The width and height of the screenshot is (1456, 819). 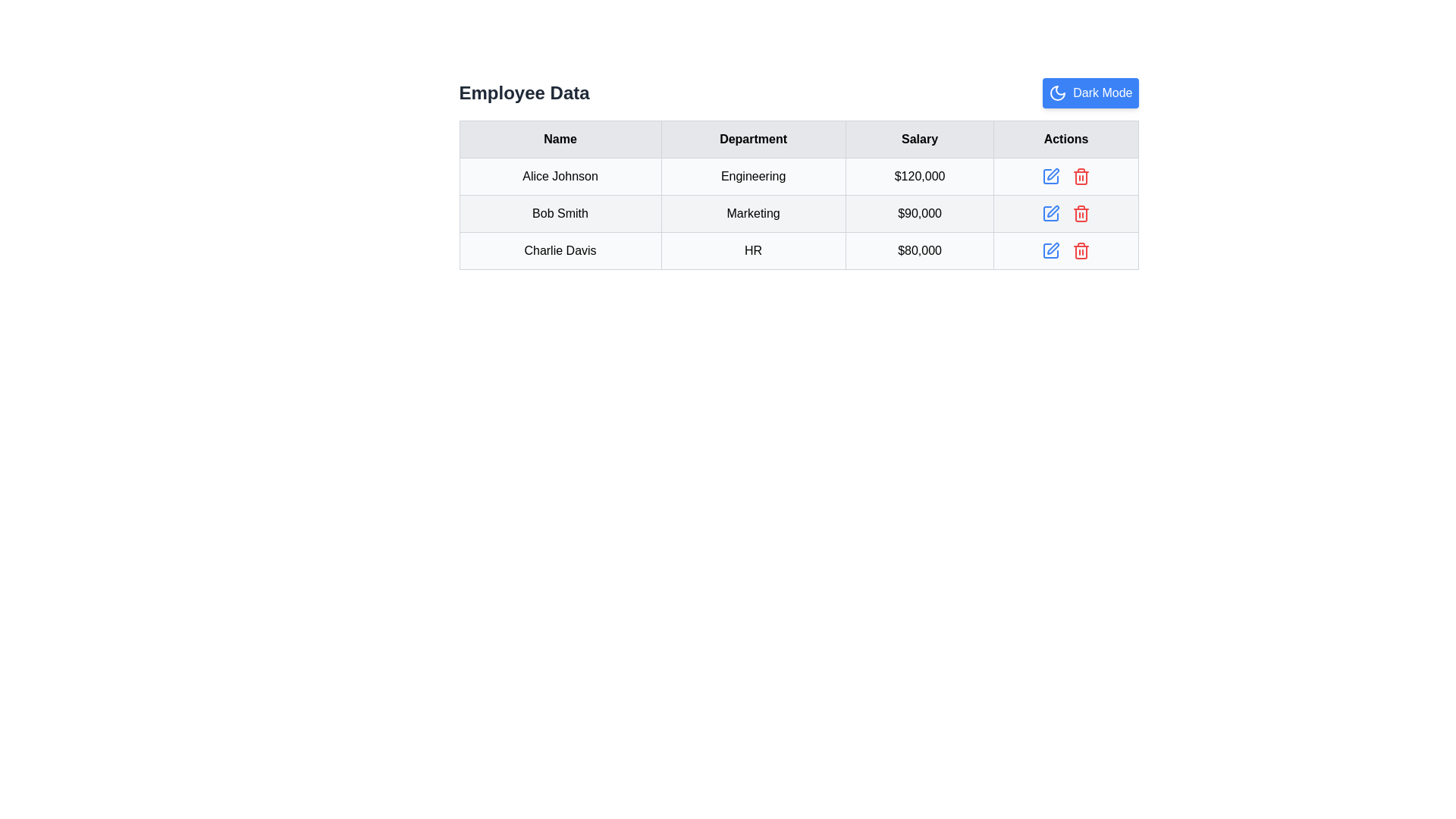 What do you see at coordinates (560, 175) in the screenshot?
I see `the static text field displaying a person's name, which is the first cell in the 'Name' column of the 'Employee Data' table, adjacent to 'Engineering' and '$120,000'` at bounding box center [560, 175].